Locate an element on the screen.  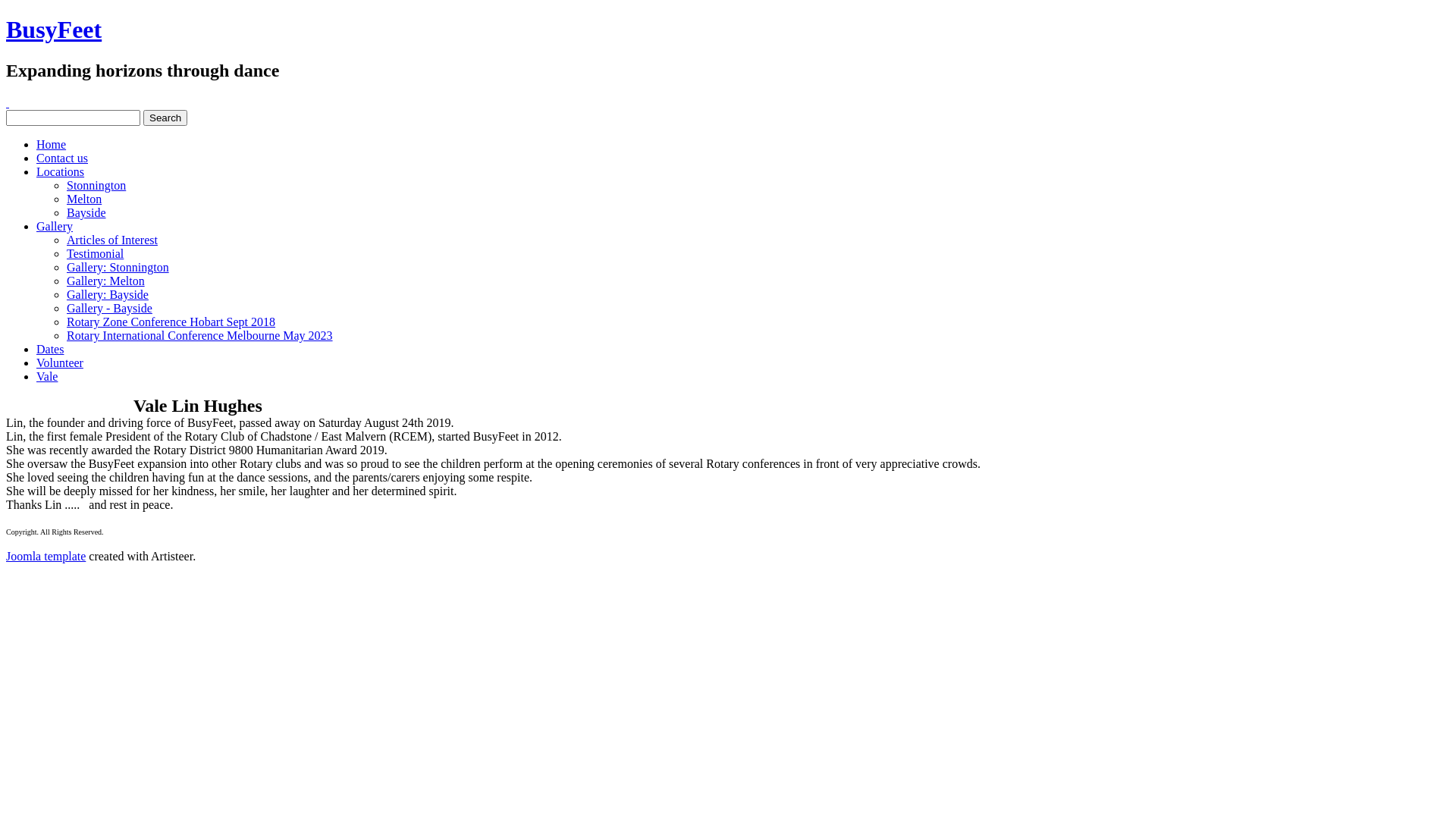
'Gallery - Bayside' is located at coordinates (108, 307).